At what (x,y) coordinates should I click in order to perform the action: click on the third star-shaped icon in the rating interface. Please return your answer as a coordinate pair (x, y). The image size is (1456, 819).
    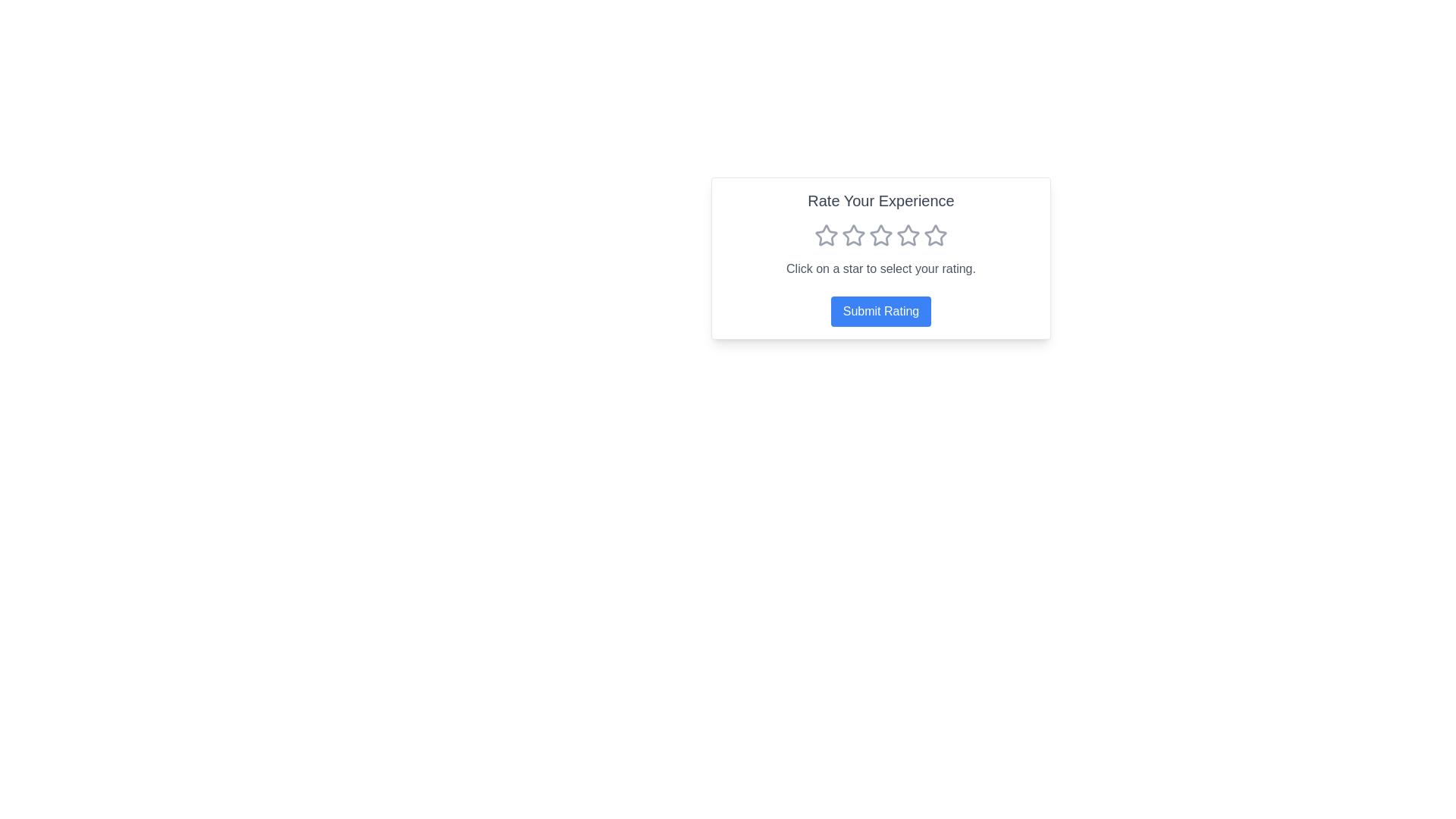
    Looking at the image, I should click on (880, 234).